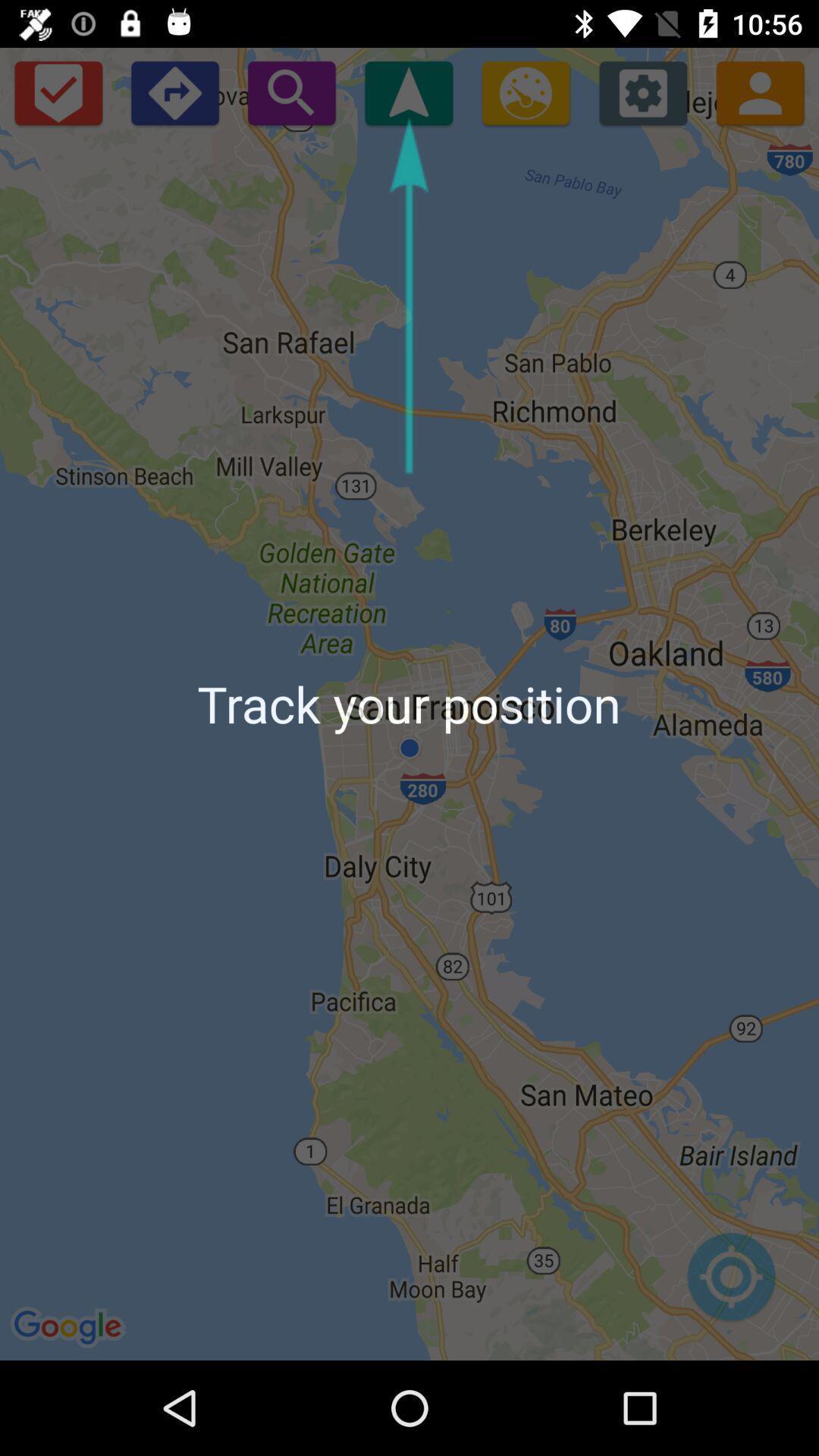  What do you see at coordinates (291, 92) in the screenshot?
I see `search area` at bounding box center [291, 92].